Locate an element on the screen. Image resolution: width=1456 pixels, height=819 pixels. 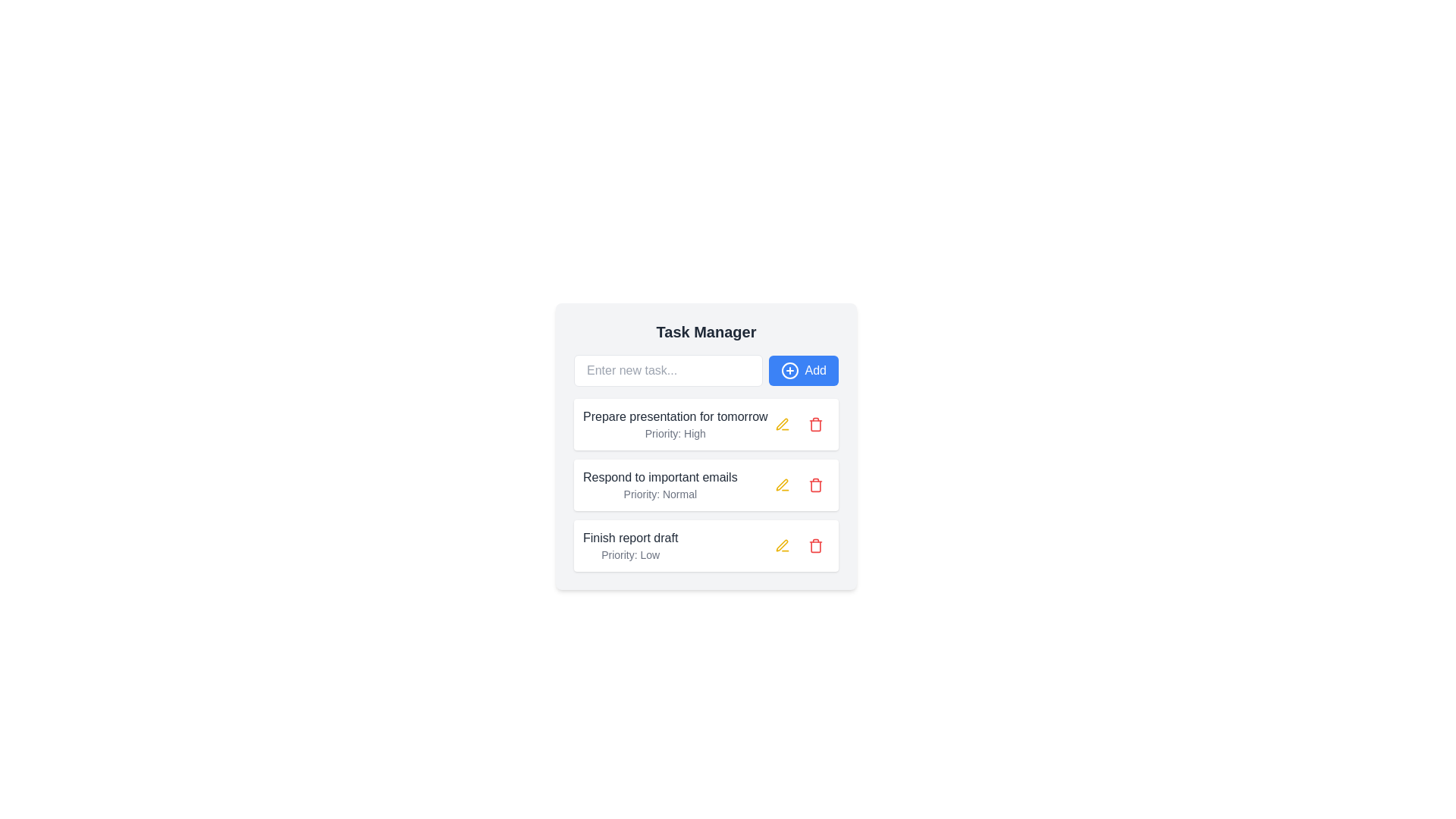
informational text label indicating the priority level of the associated task, which is 'Low', located beneath the text 'Finish report draft' in the third task of the vertical task list is located at coordinates (630, 555).